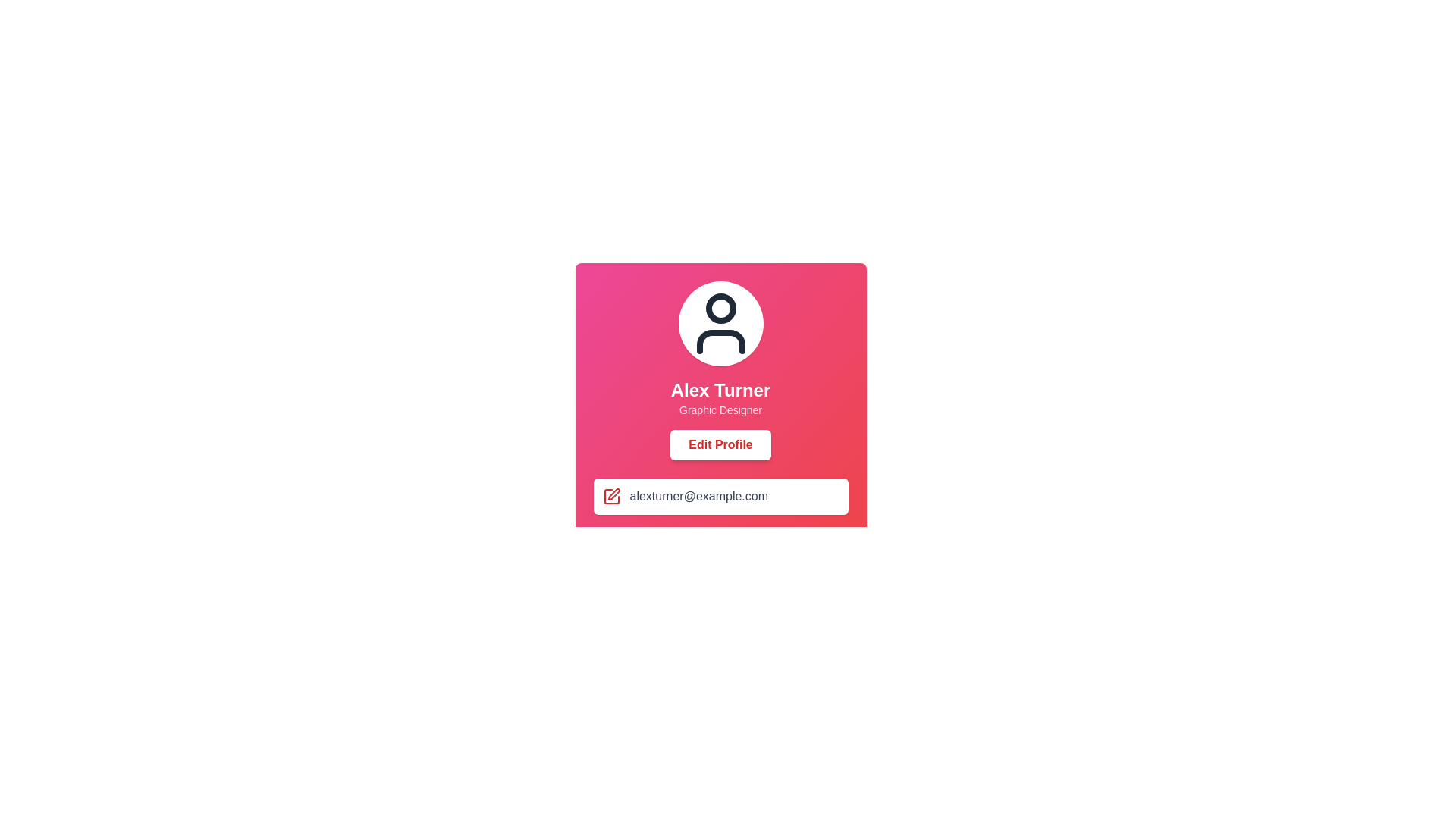 Image resolution: width=1456 pixels, height=819 pixels. I want to click on the circular element representing the user's head in the user profile icon, located at the upper middle of the card, so click(720, 308).